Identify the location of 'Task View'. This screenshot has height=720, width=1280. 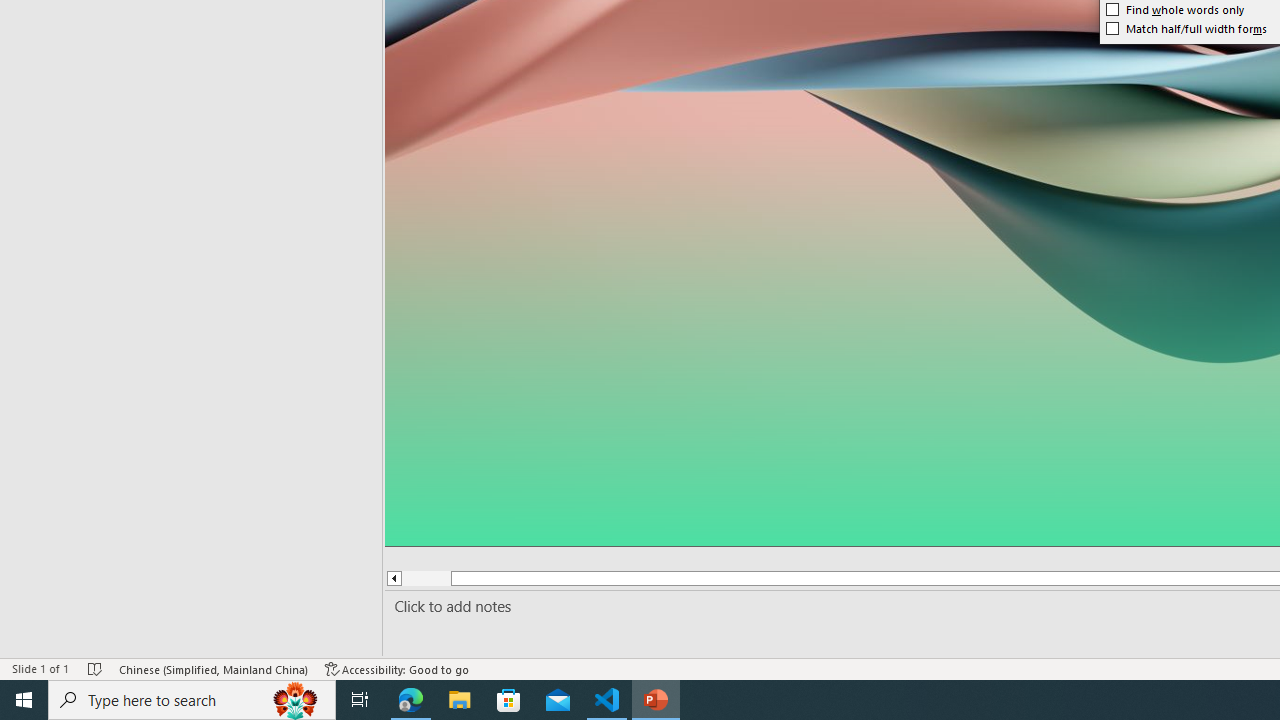
(359, 698).